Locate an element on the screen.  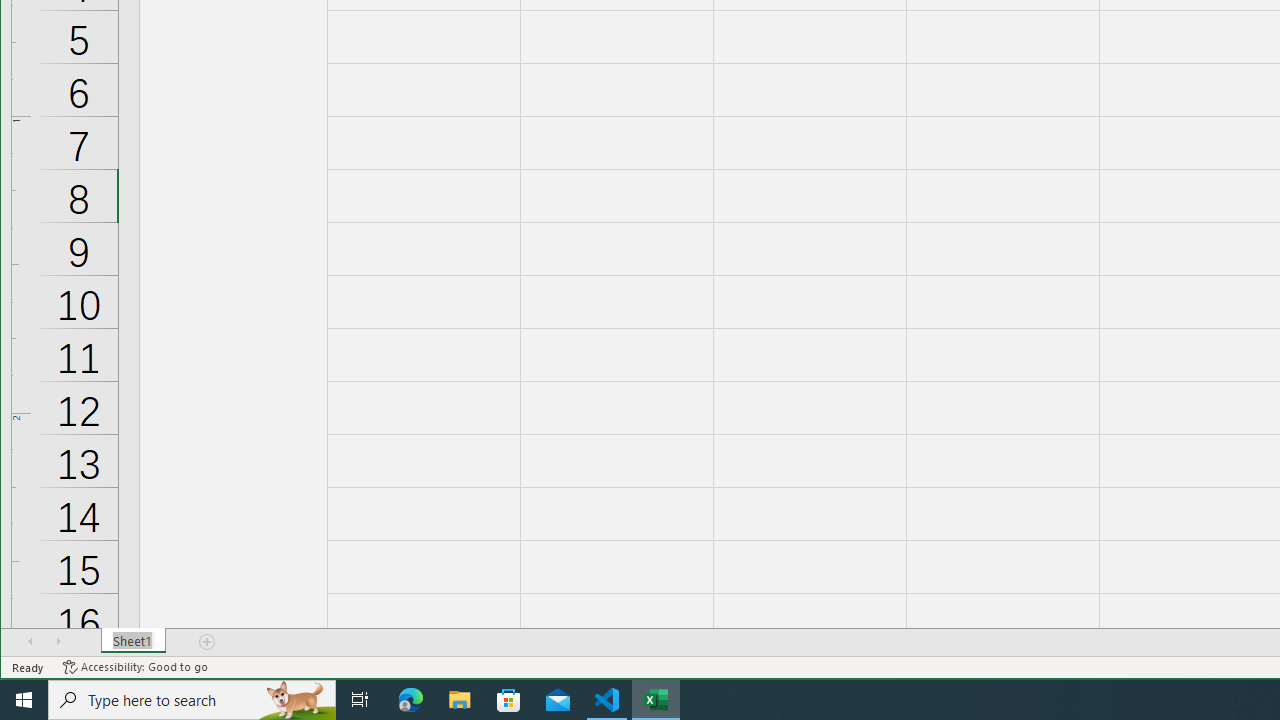
'Sheet Tab' is located at coordinates (132, 641).